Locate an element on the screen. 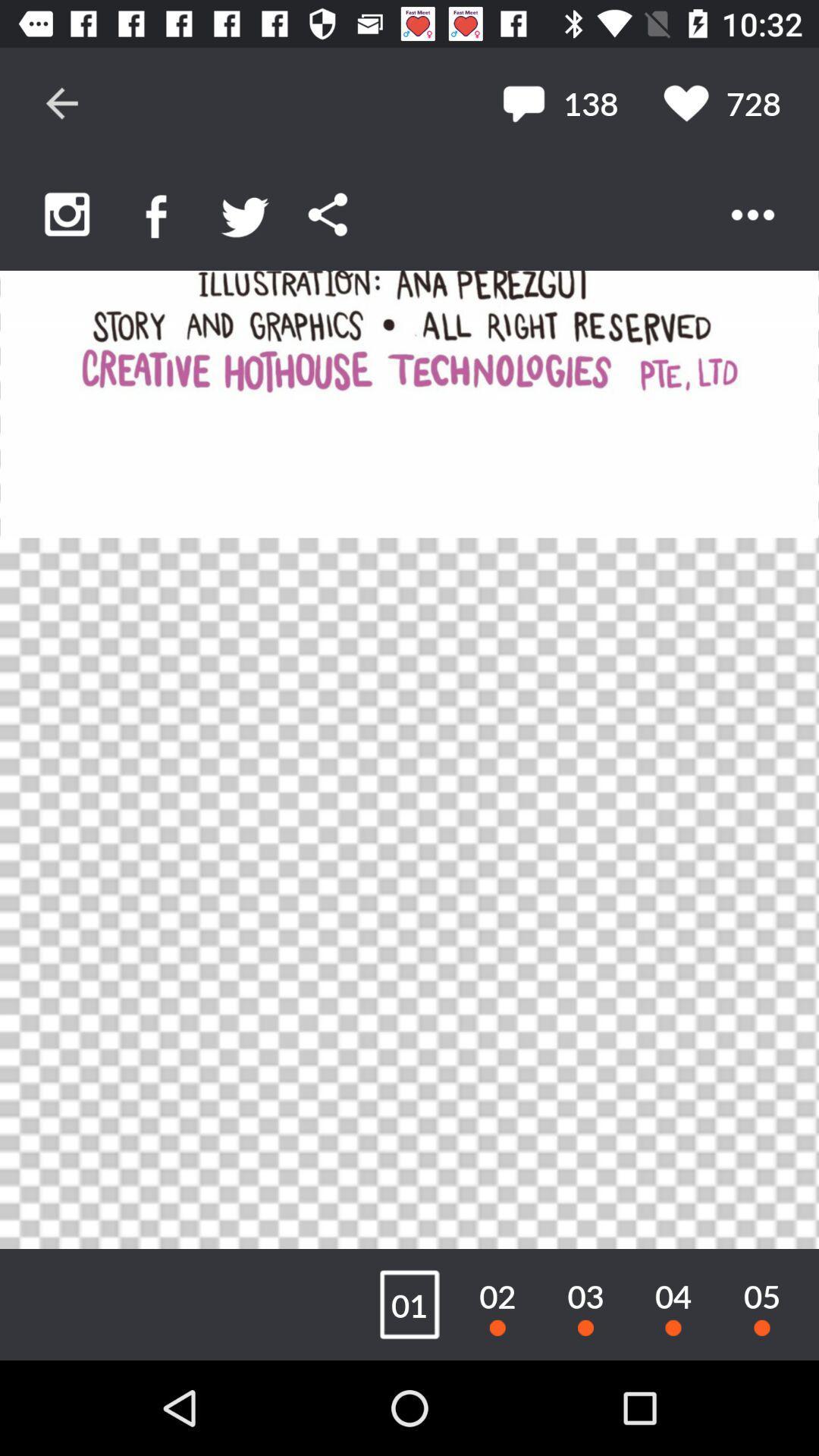  the facebook icon is located at coordinates (155, 214).